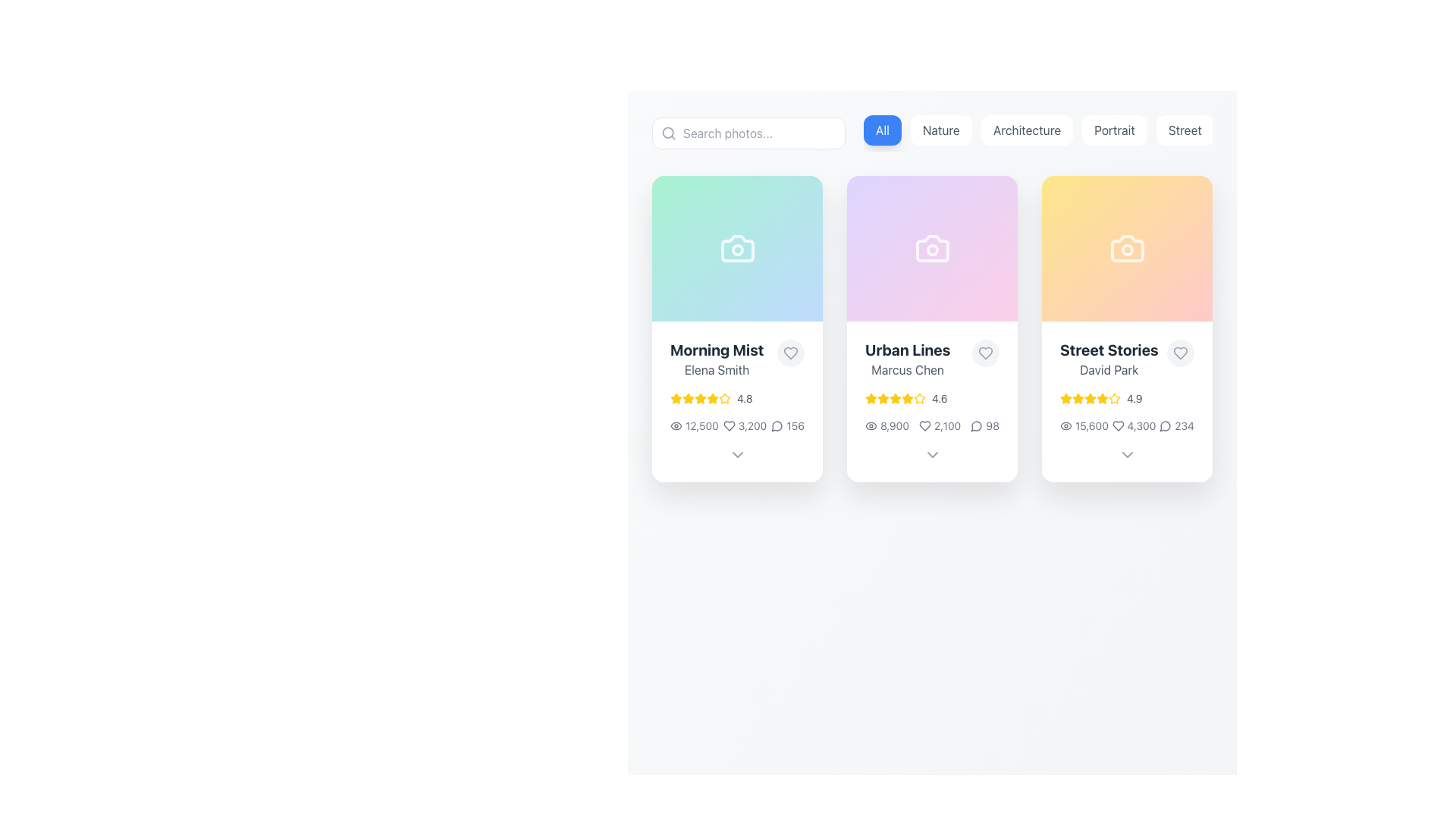 This screenshot has width=1456, height=819. Describe the element at coordinates (919, 397) in the screenshot. I see `the fifth yellow star icon in the rating system under the 'Urban Lines' card to interact with it` at that location.